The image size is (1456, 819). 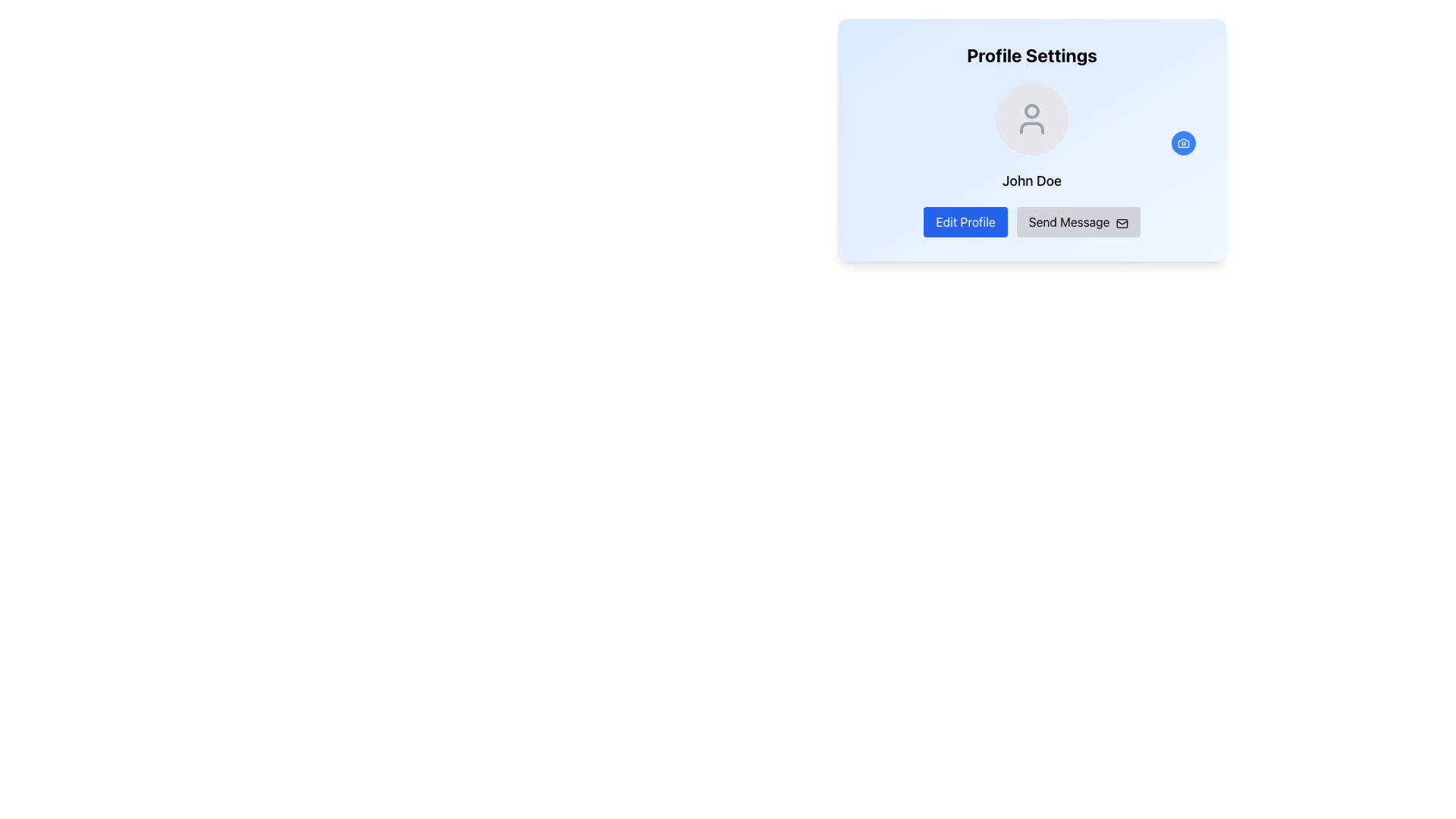 I want to click on the user profile icon, which is a minimalistic circular design with a grayish-blue color, located at the center of a light gray circular area at the top of the profile settings card, so click(x=1031, y=118).